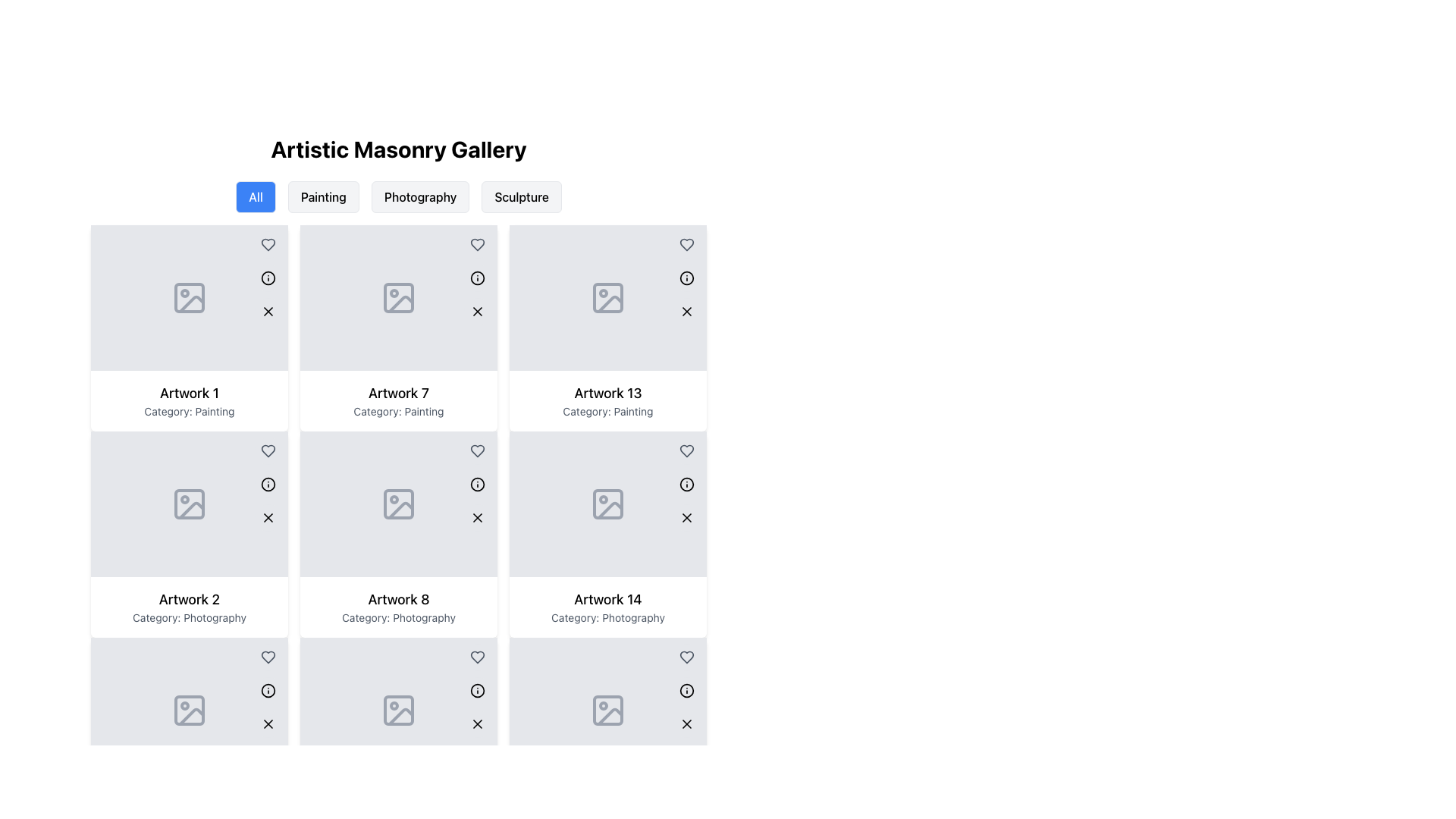 The height and width of the screenshot is (819, 1456). Describe the element at coordinates (268, 450) in the screenshot. I see `the heart-shaped indicator icon in the top-right corner of the 'Artwork 1, Category: Painting' card` at that location.